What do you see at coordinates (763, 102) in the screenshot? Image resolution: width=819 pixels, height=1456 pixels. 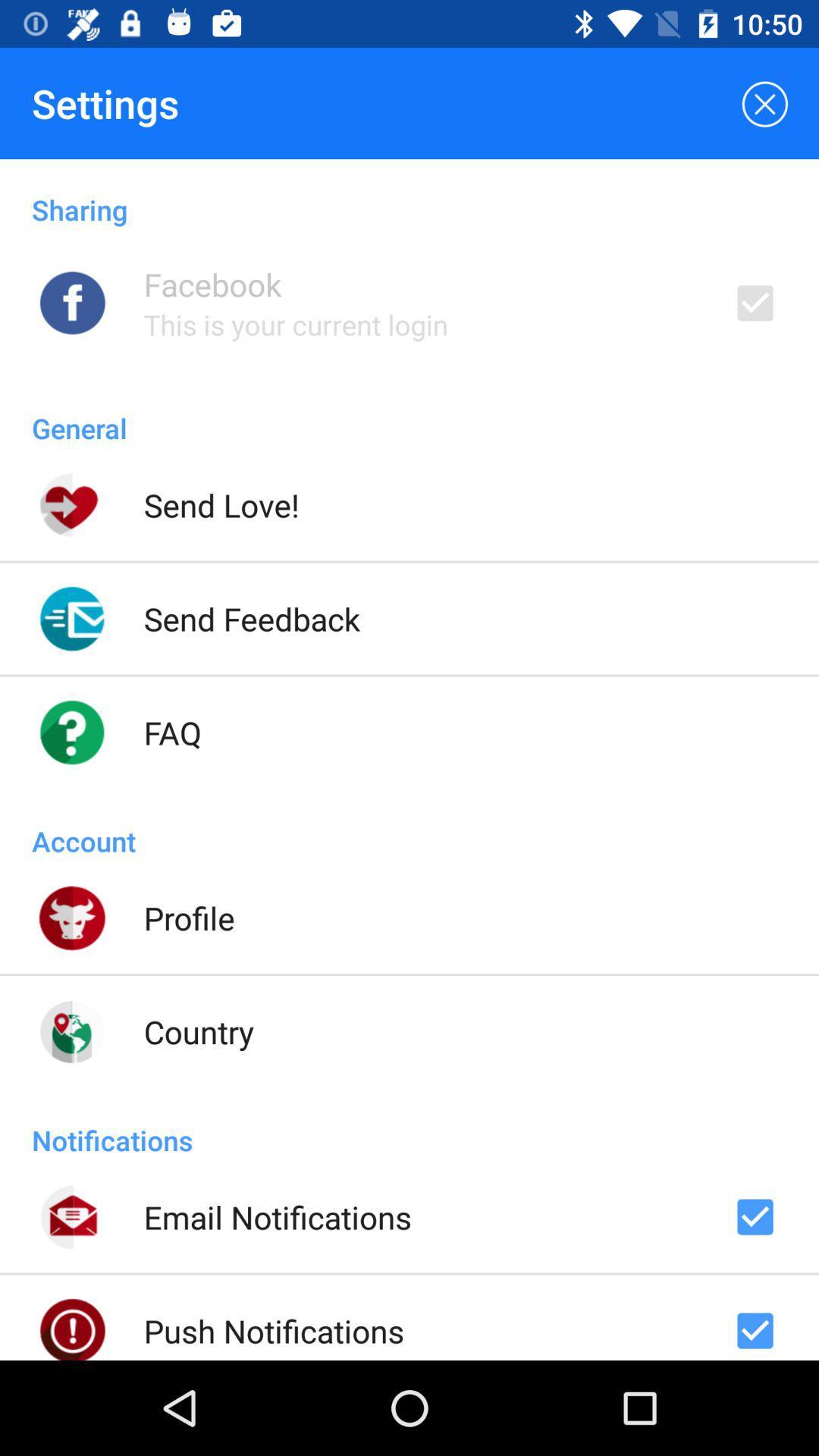 I see `the item to the right of settings icon` at bounding box center [763, 102].